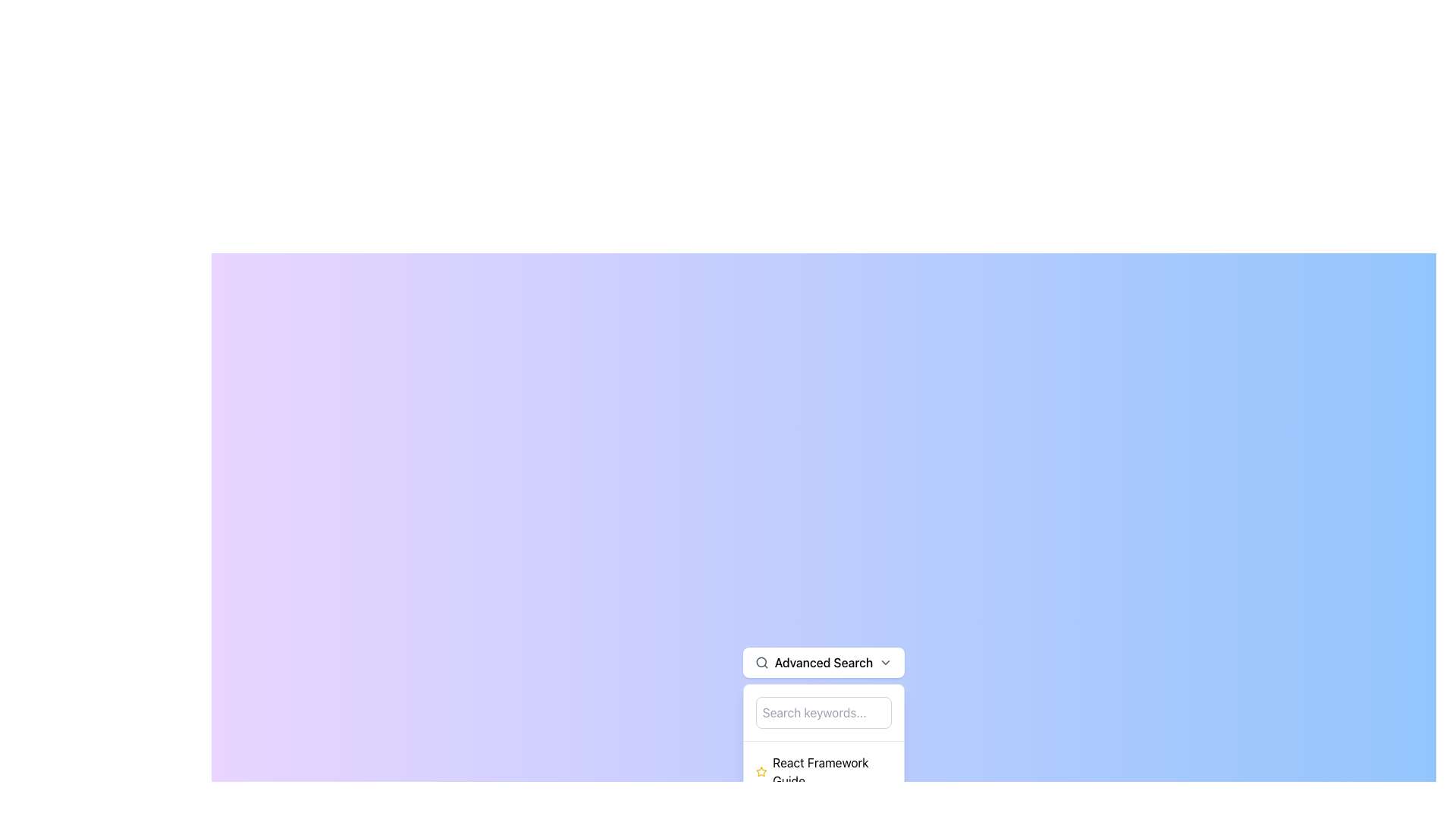 The height and width of the screenshot is (819, 1456). Describe the element at coordinates (823, 713) in the screenshot. I see `the Text Input Field located in the dropdown component under the 'Advanced Search' title, which allows users to input and search for keywords` at that location.